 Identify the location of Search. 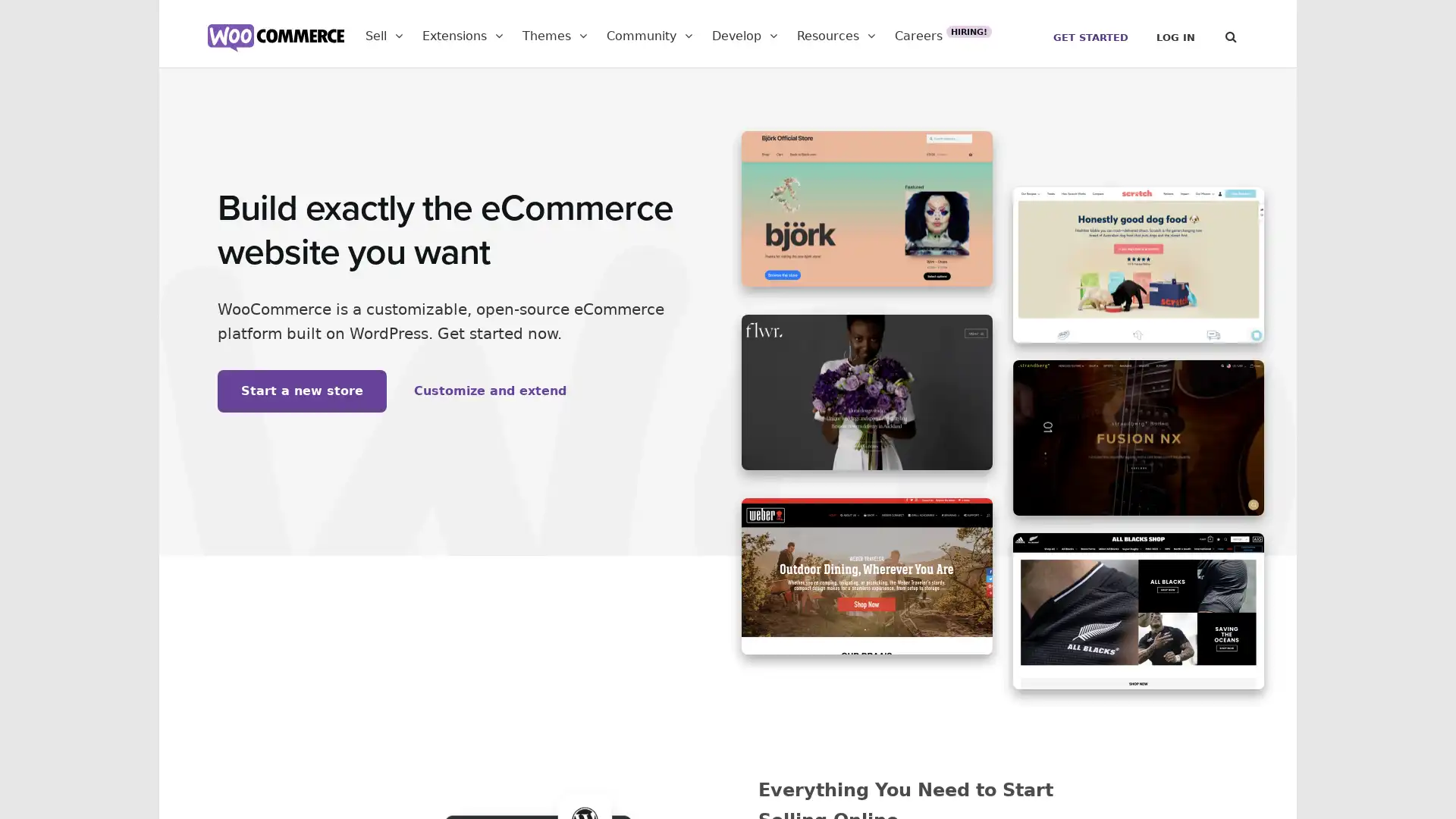
(1231, 36).